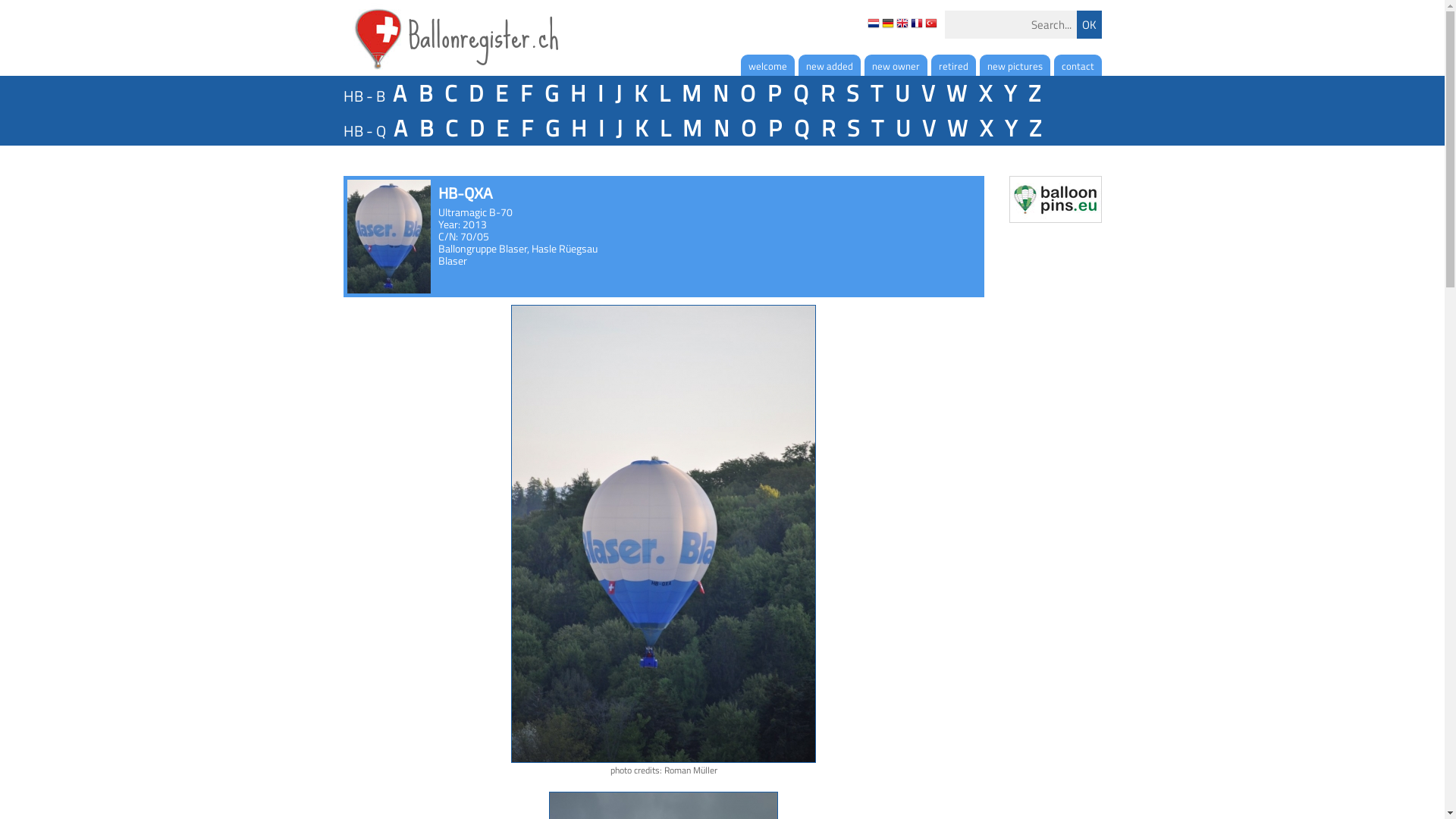  I want to click on 'D', so click(475, 93).